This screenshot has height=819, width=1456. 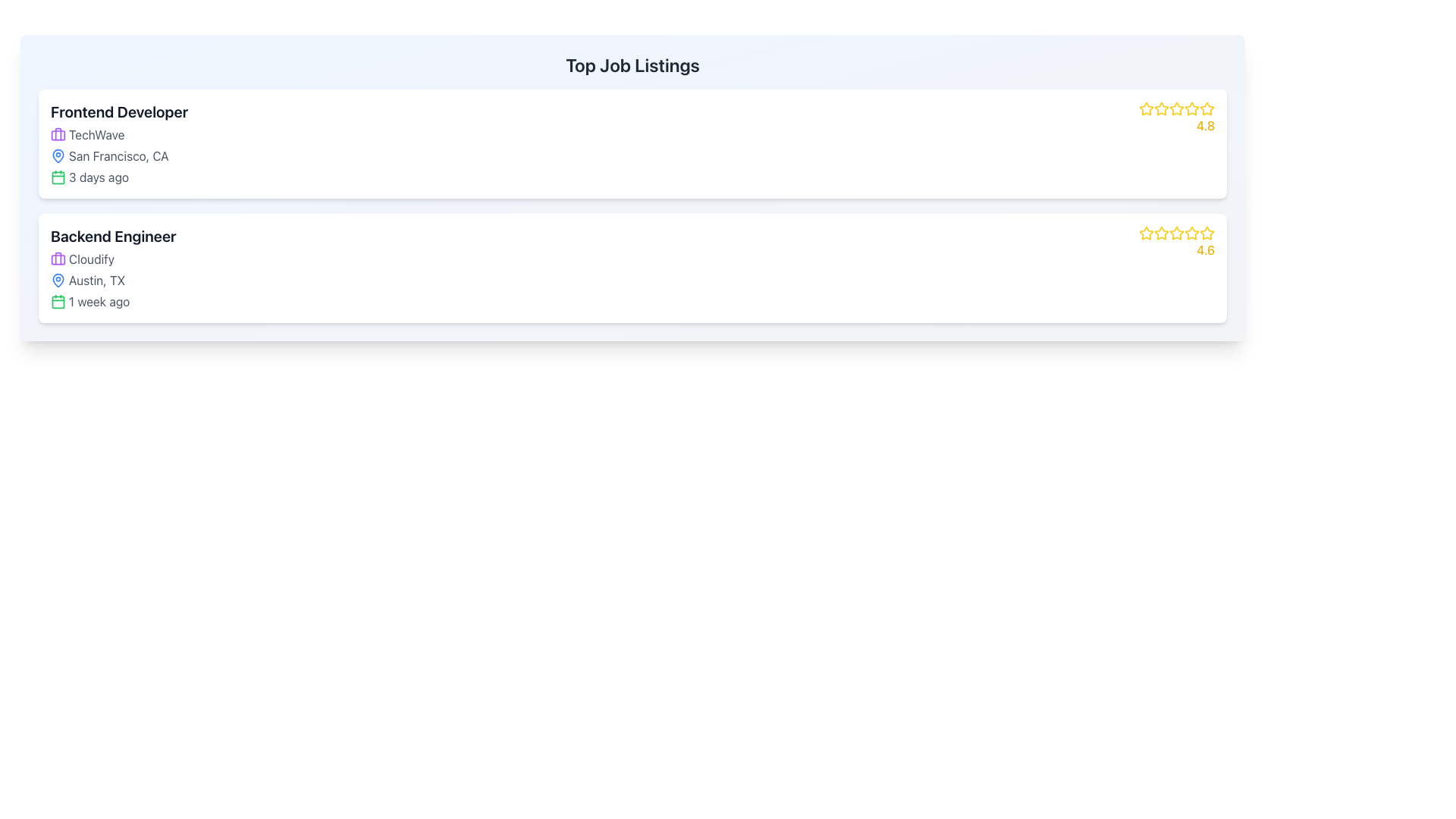 I want to click on the second star in the star rating icon, so click(x=1175, y=107).